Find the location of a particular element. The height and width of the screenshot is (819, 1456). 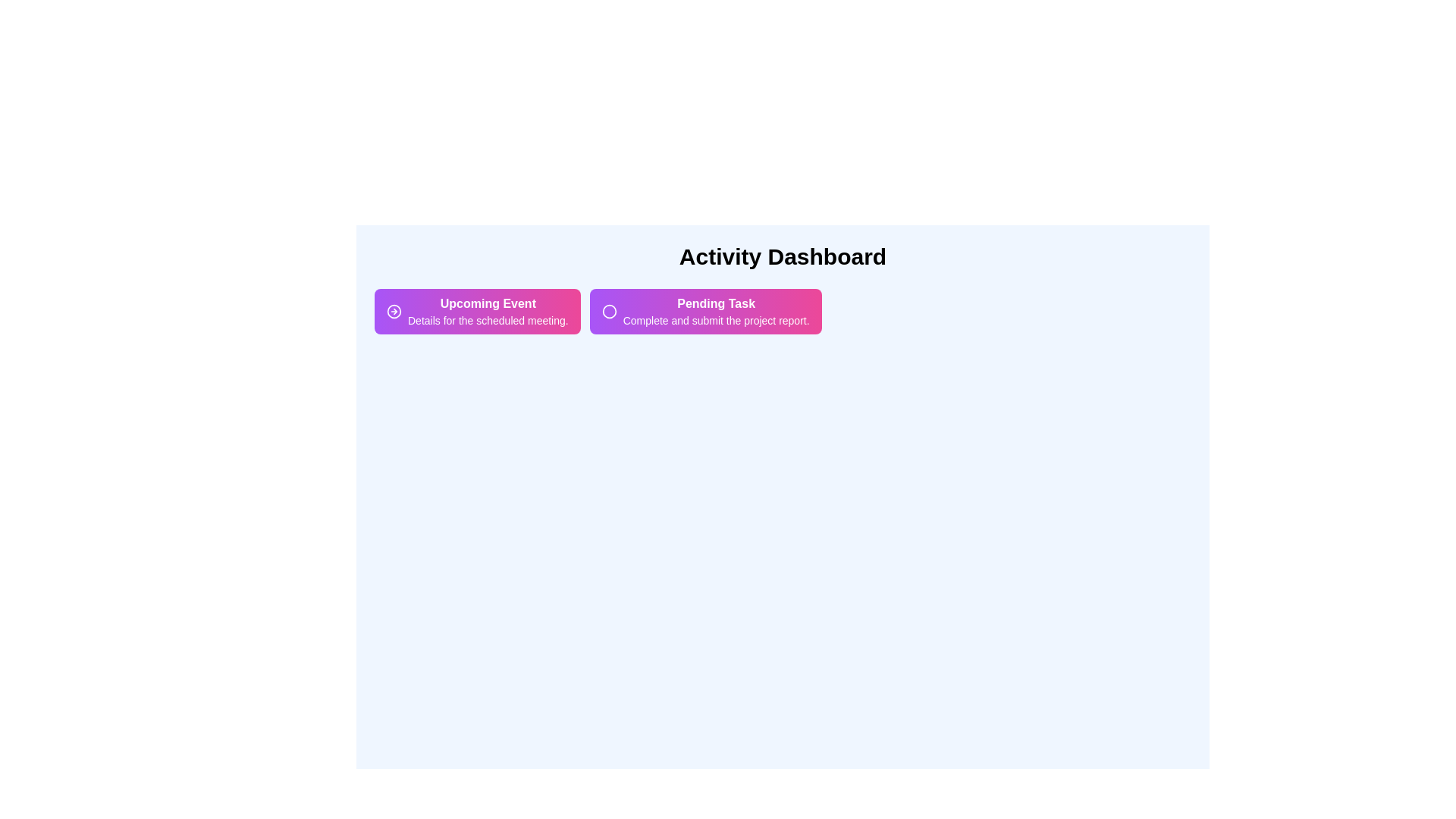

the activity chip labeled 'Pending Task' to trigger its visual feedback is located at coordinates (704, 311).